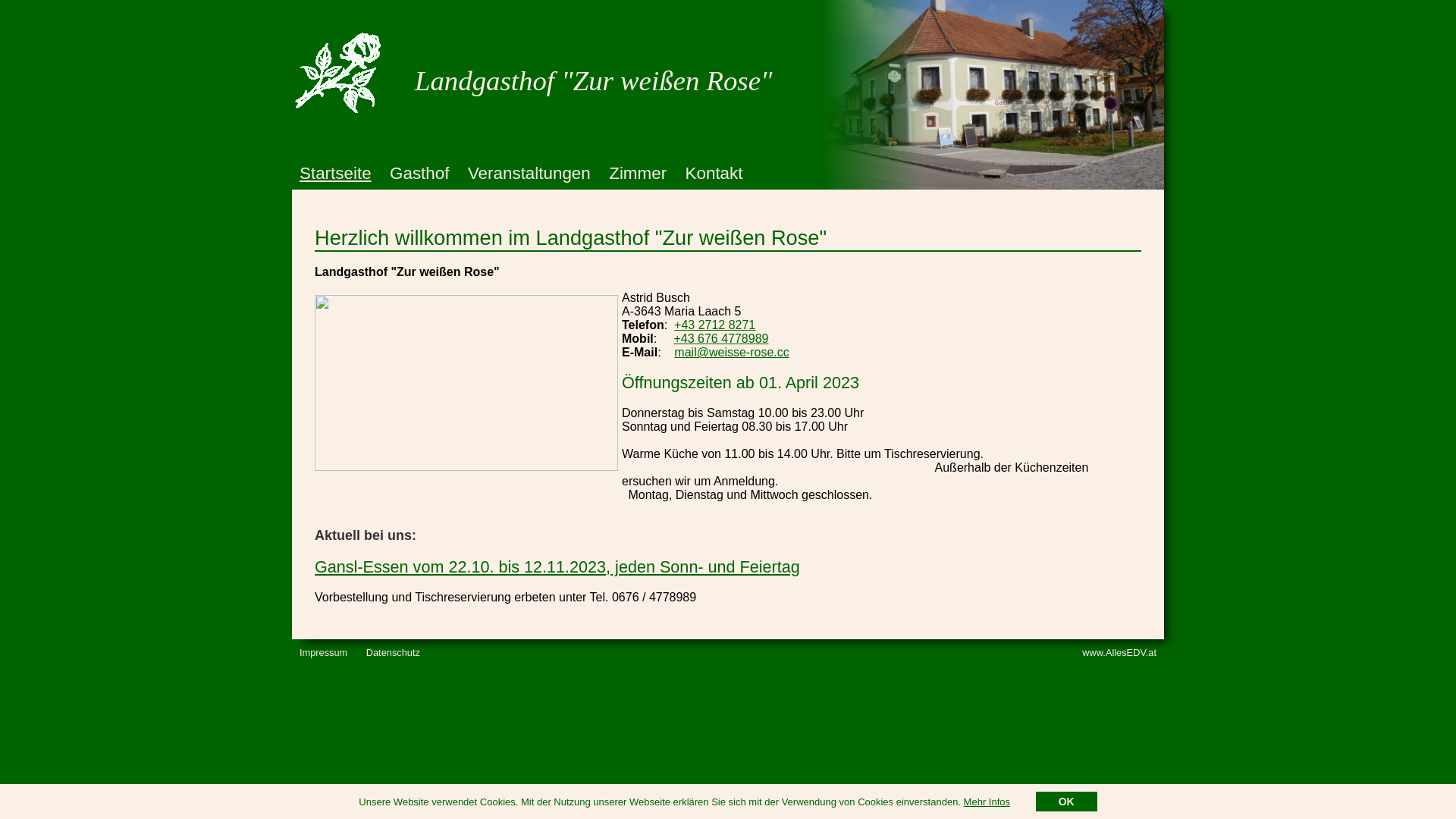  What do you see at coordinates (419, 172) in the screenshot?
I see `'Gasthof'` at bounding box center [419, 172].